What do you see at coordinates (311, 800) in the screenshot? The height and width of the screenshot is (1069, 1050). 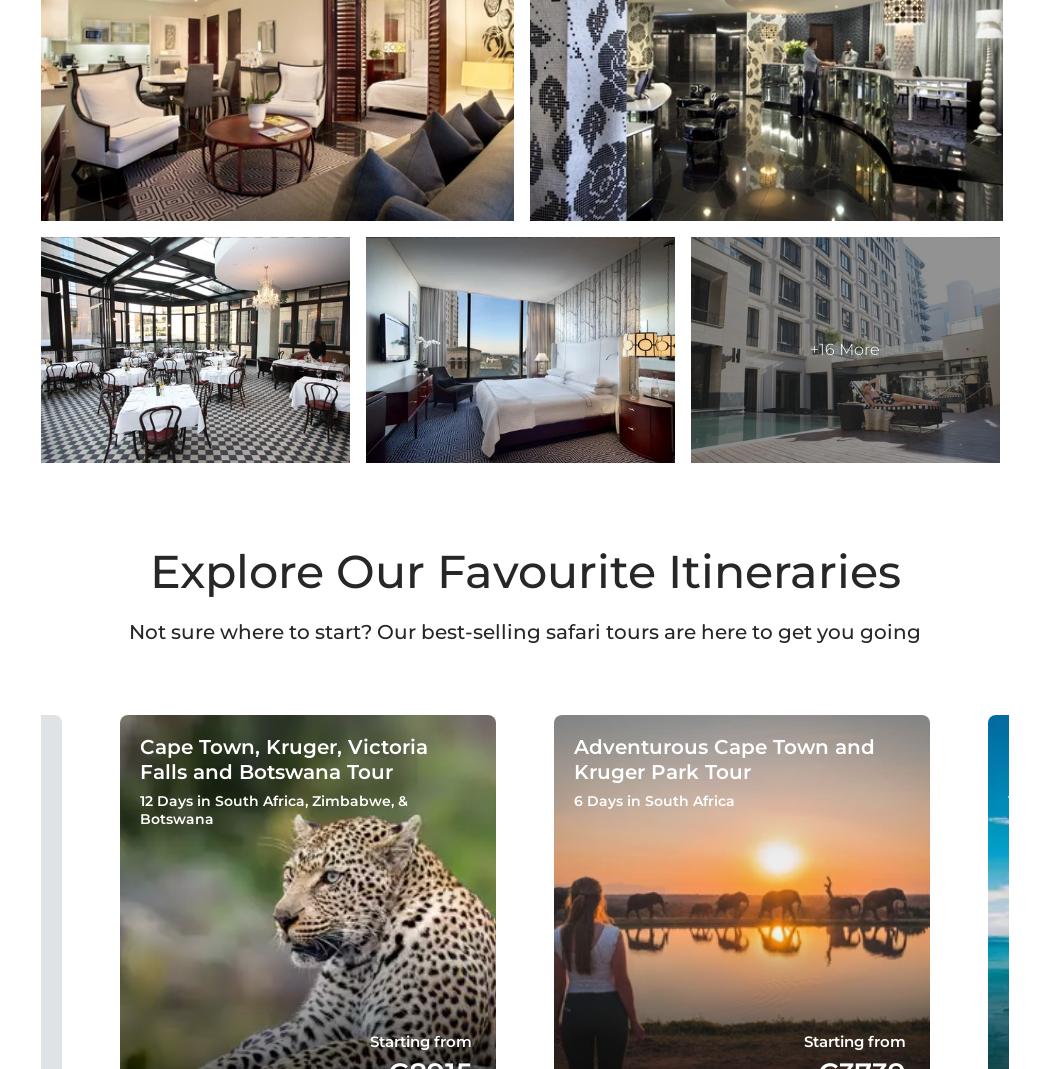 I see `'Zimbabwe'` at bounding box center [311, 800].